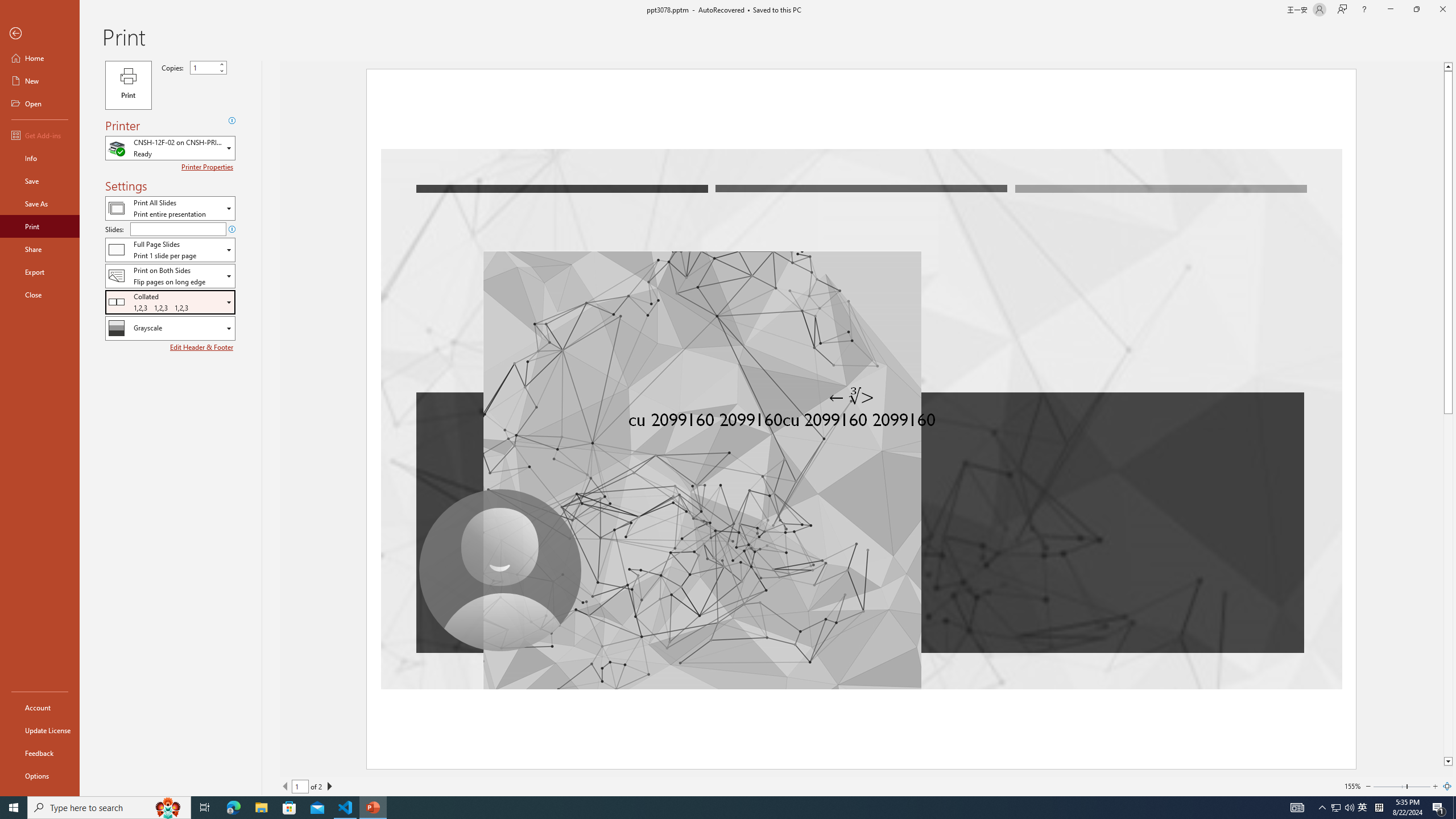 The height and width of the screenshot is (819, 1456). I want to click on 'Copies', so click(208, 67).